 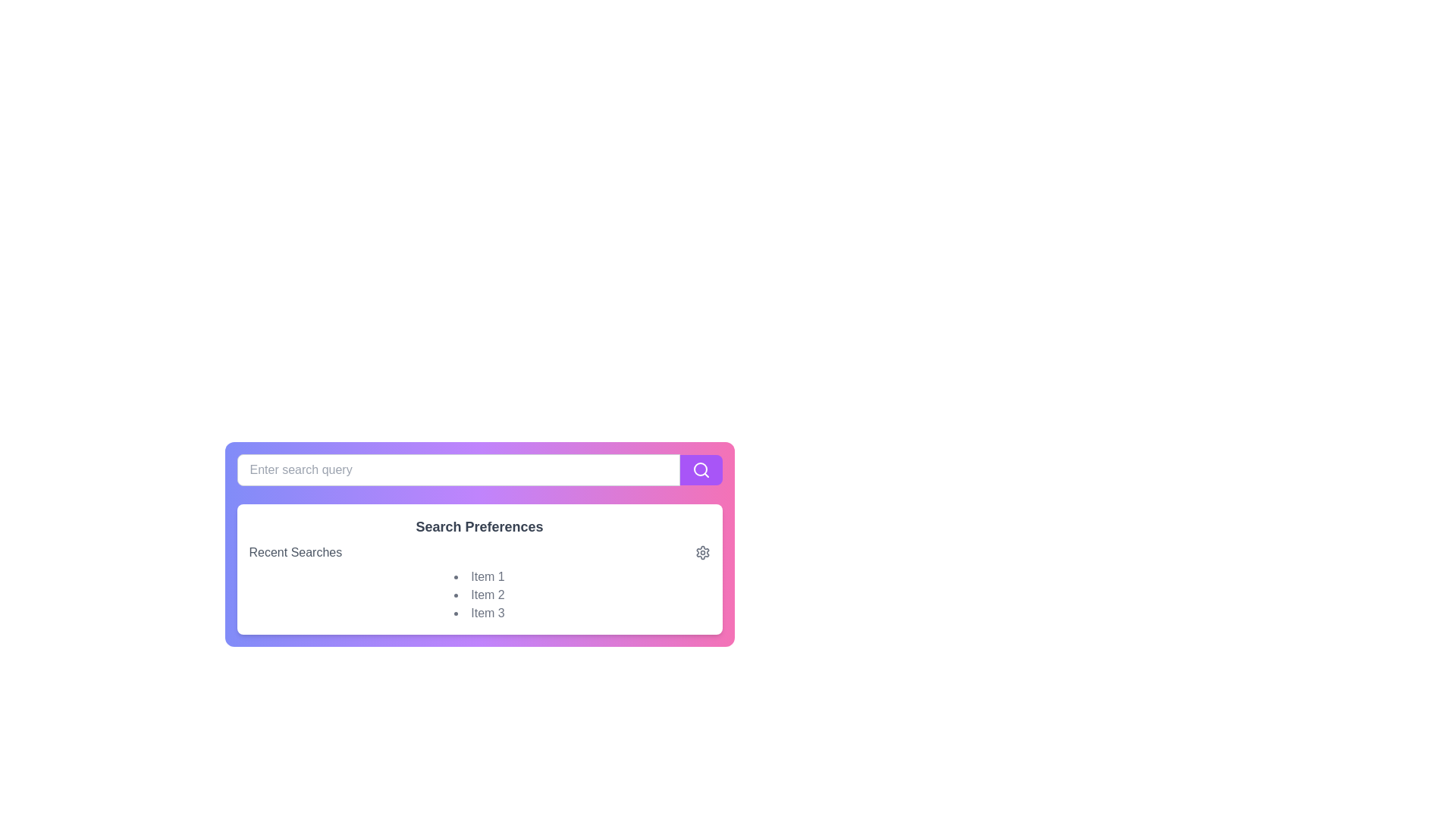 I want to click on the cog-shaped settings icon located at the bottom-right corner of the interface within the 'Search Preferences' section, so click(x=701, y=553).